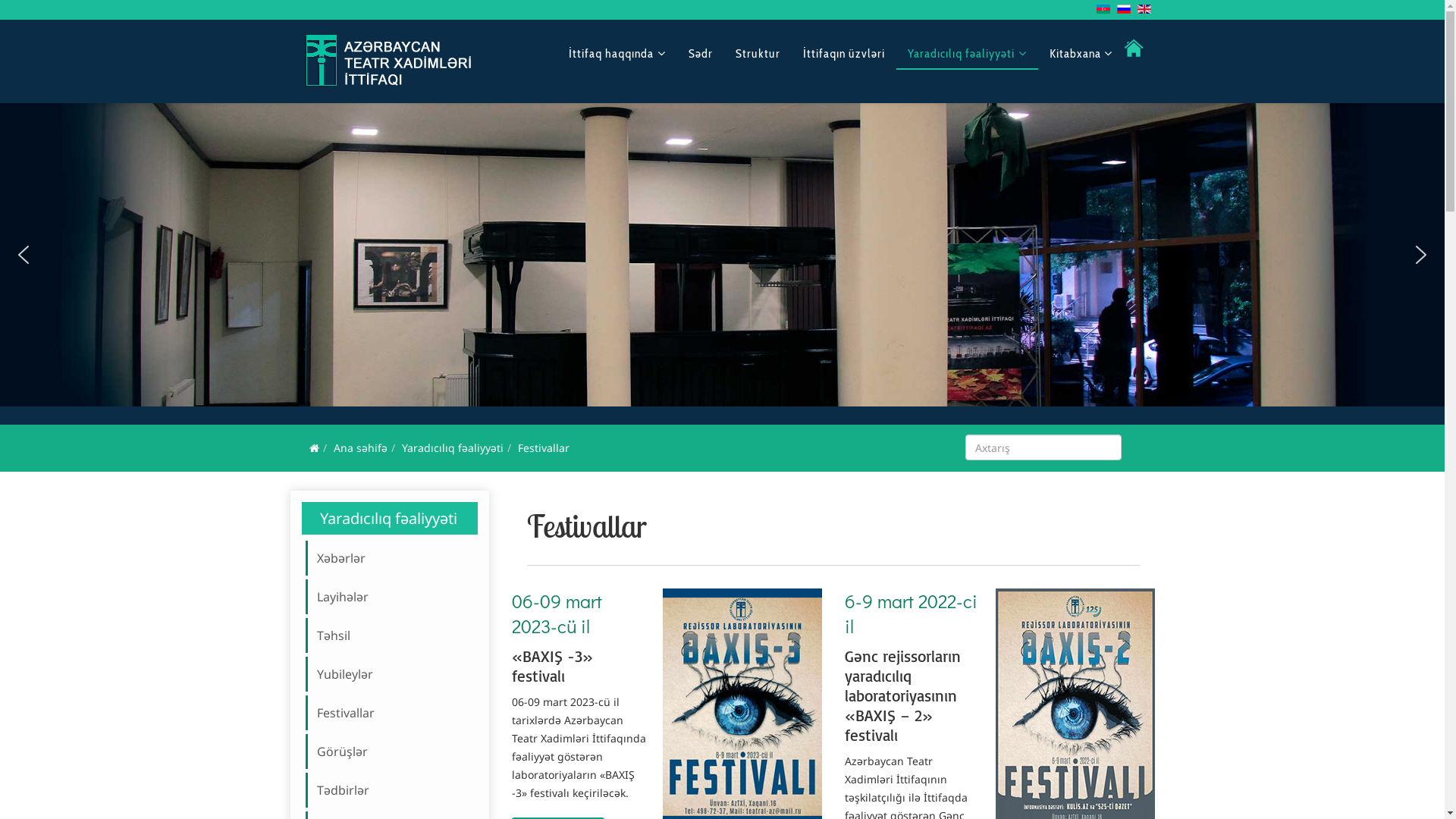 This screenshot has height=819, width=1456. What do you see at coordinates (757, 52) in the screenshot?
I see `'Struktur'` at bounding box center [757, 52].